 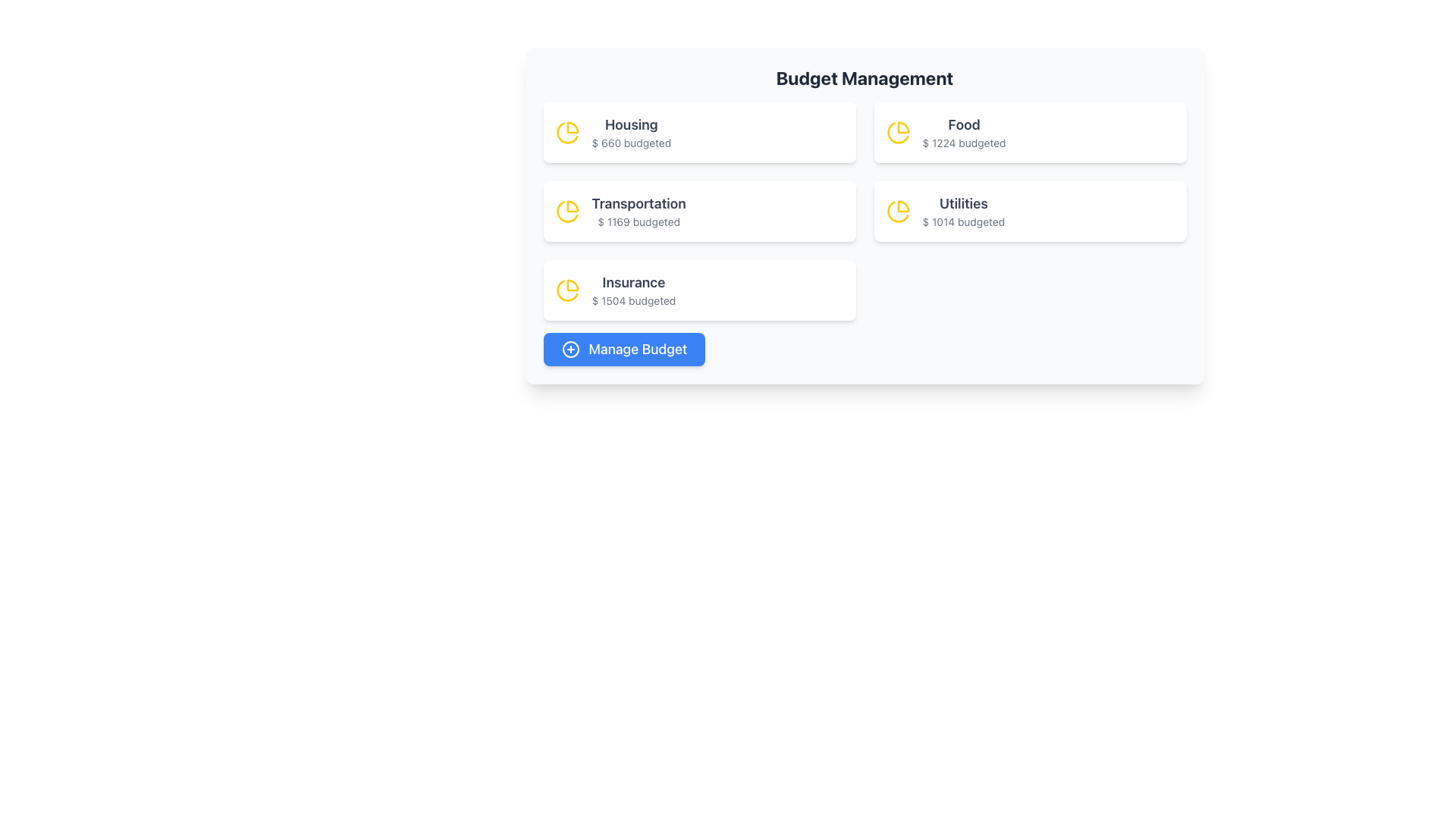 I want to click on the circular outline of the icon within the 'Manage Budget' button located at the bottom-left corner of the white section of the interface, so click(x=570, y=350).